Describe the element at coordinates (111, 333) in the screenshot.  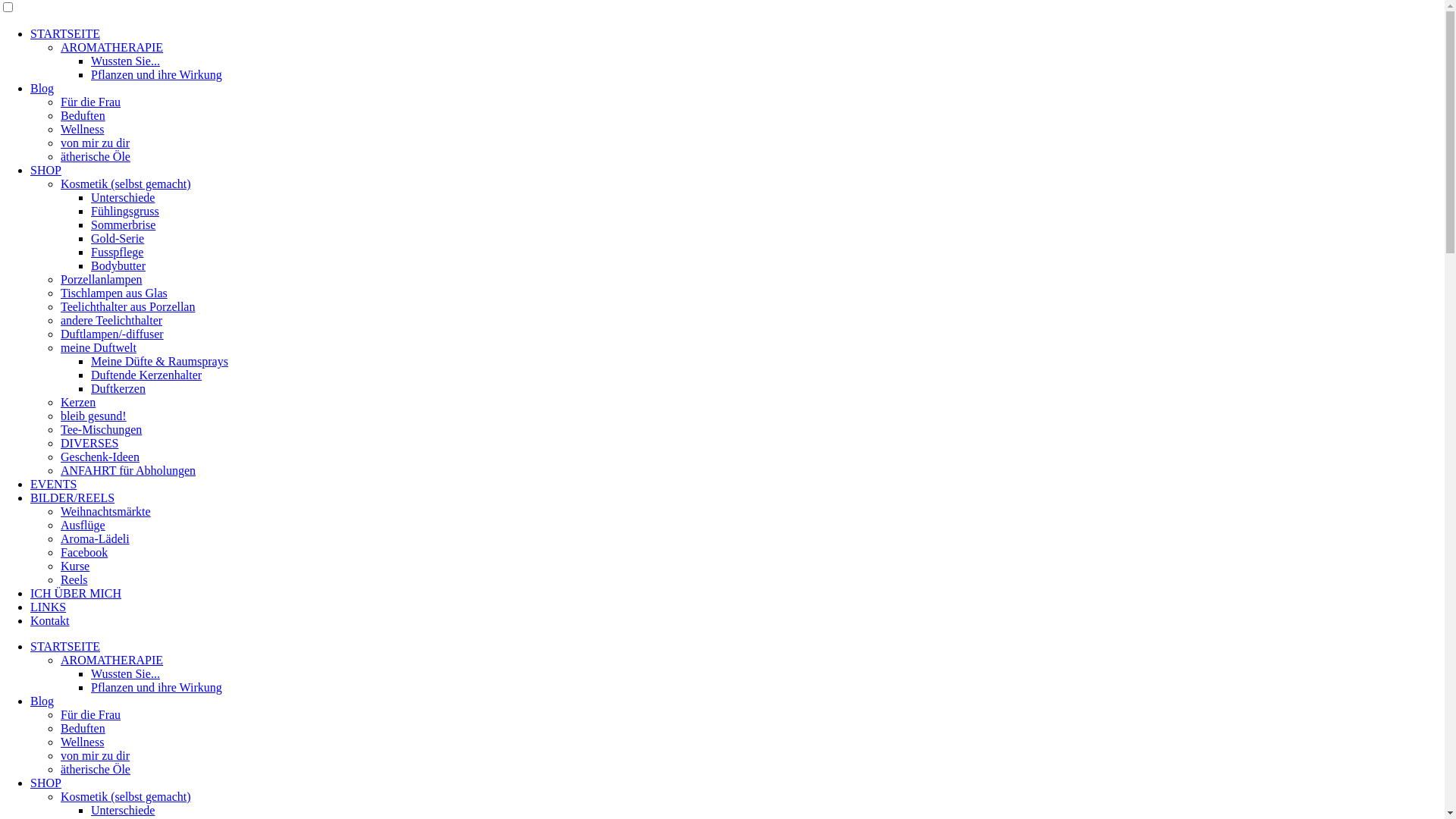
I see `'Duftlampen/-diffuser'` at that location.